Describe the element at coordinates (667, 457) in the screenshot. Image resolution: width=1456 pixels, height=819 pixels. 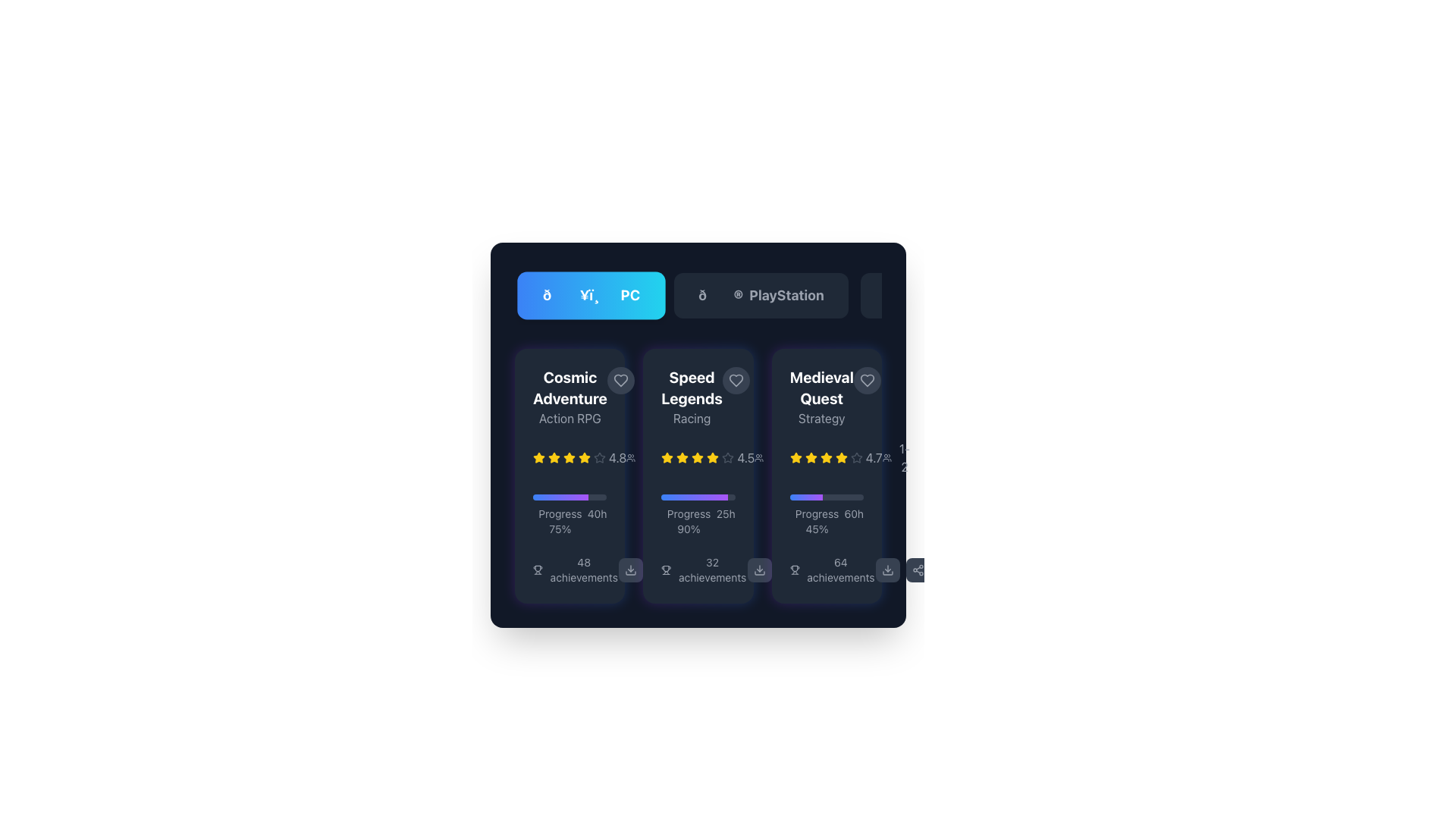
I see `the first yellow star icon in the 'Speed Legends' section, which indicates a rating within a sequence of five stars` at that location.